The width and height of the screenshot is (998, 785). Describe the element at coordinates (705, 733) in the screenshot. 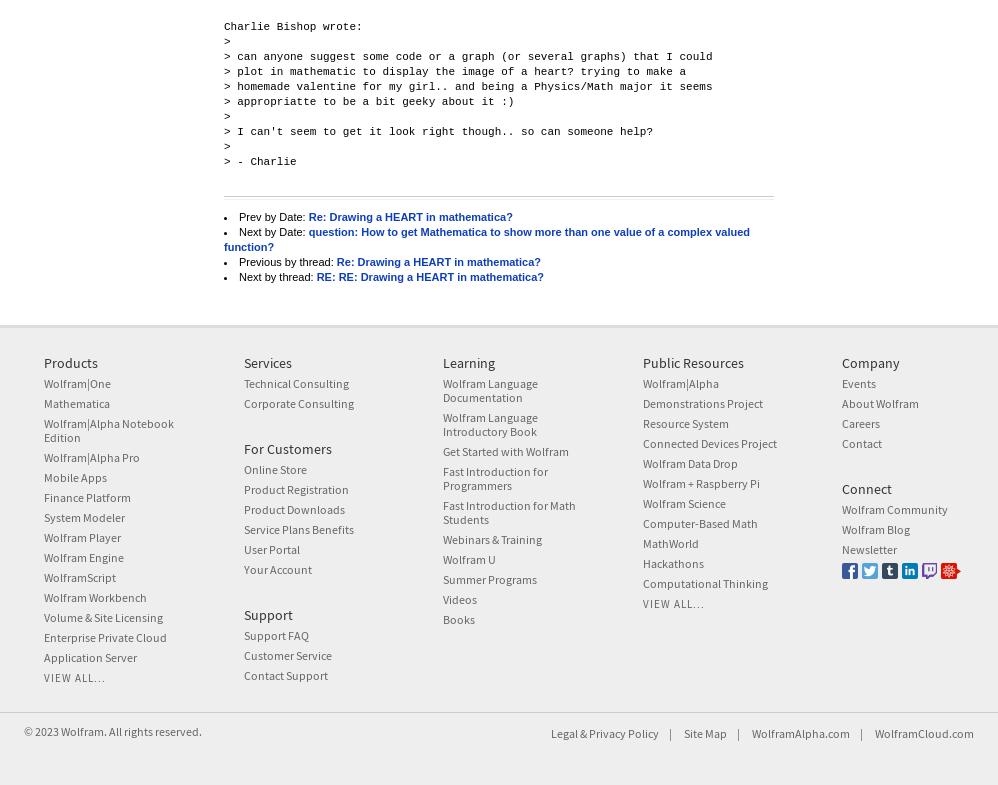

I see `'Site Map'` at that location.